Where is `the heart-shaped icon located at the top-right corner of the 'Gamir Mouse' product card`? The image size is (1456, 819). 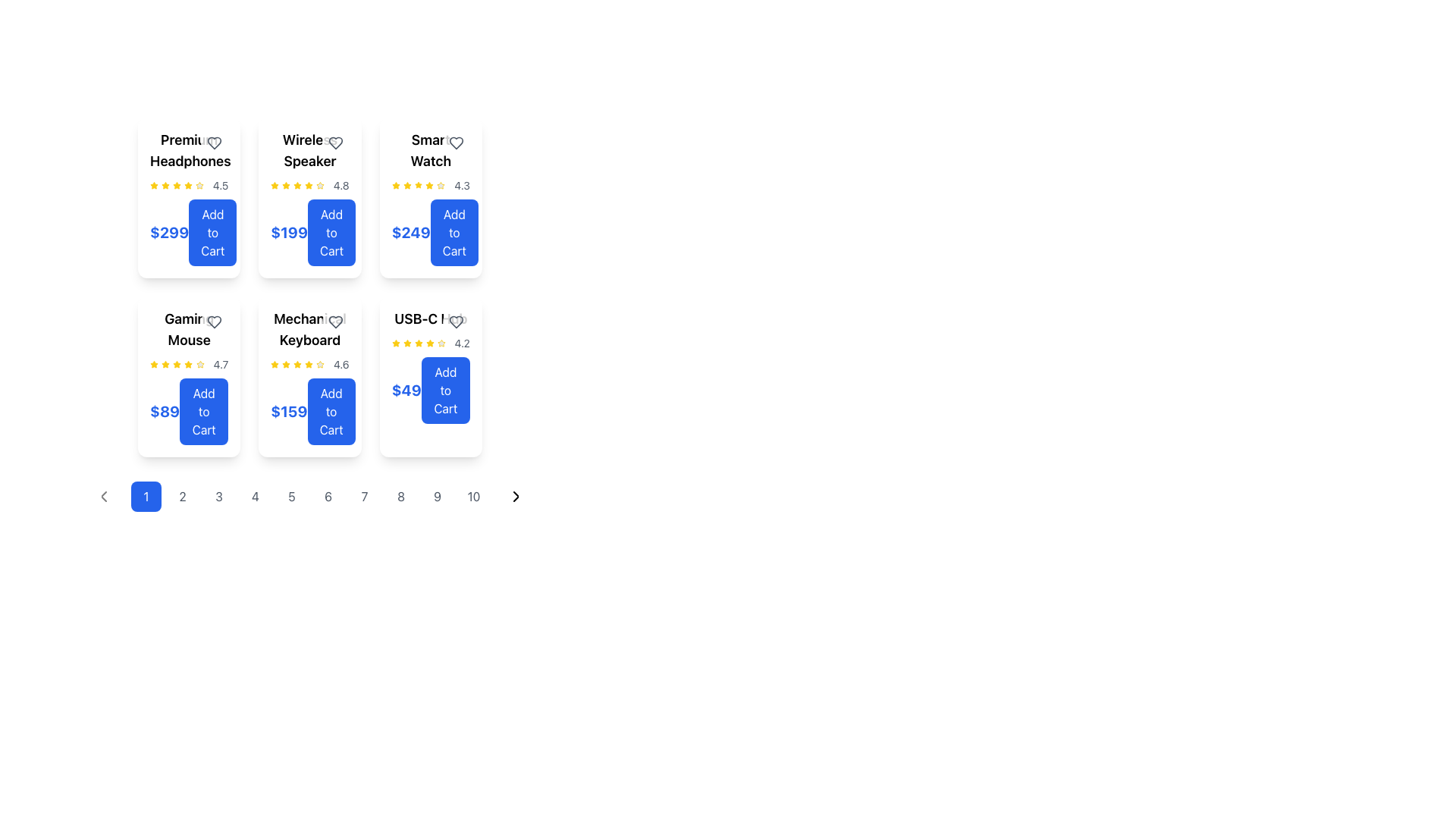
the heart-shaped icon located at the top-right corner of the 'Gamir Mouse' product card is located at coordinates (214, 321).